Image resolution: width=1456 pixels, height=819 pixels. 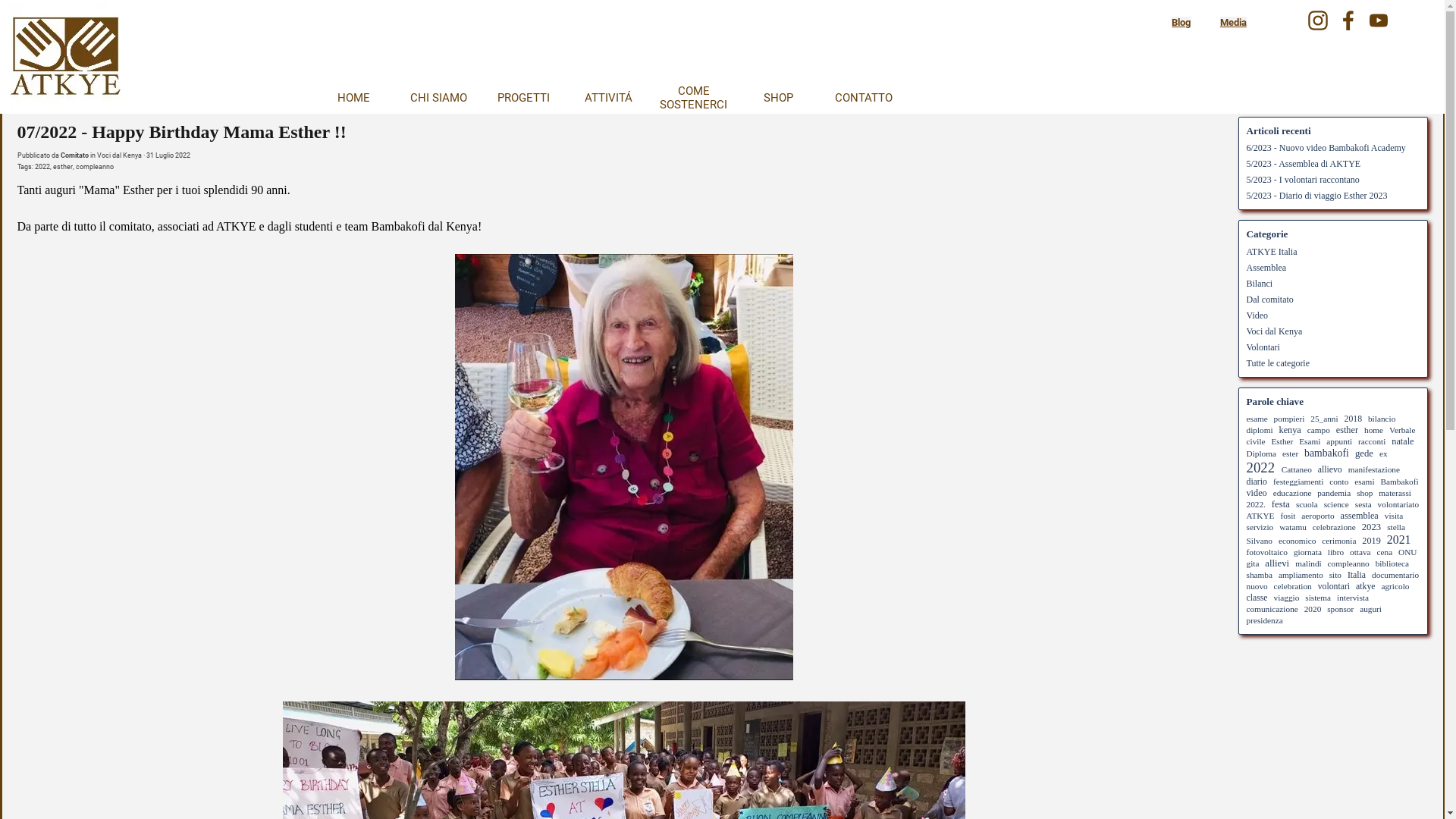 I want to click on 'ATKYE Italia', so click(x=1246, y=250).